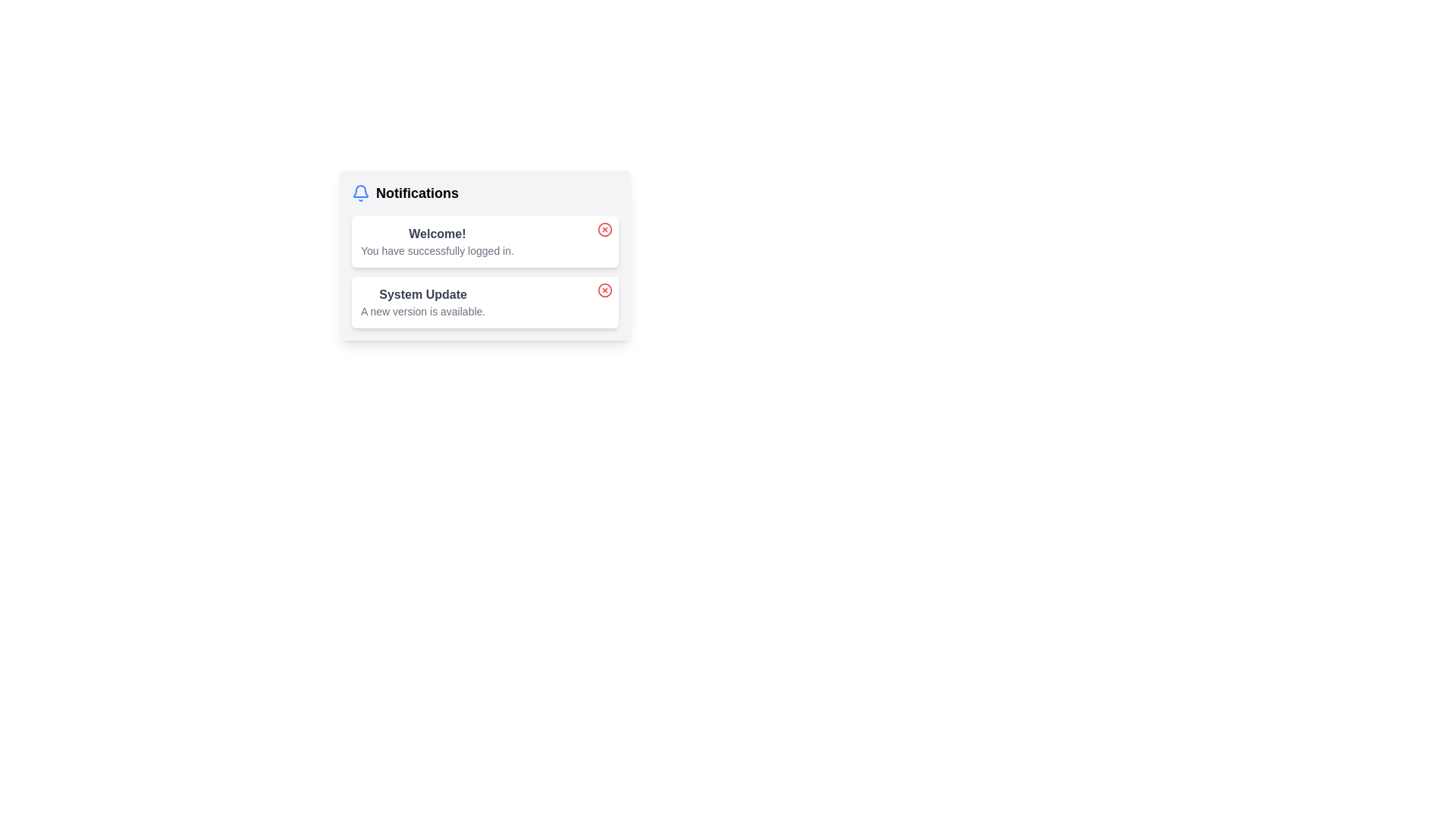 The image size is (1456, 819). Describe the element at coordinates (359, 192) in the screenshot. I see `the bell icon located to the left of the text 'Notifications' which signifies alerts or messages` at that location.